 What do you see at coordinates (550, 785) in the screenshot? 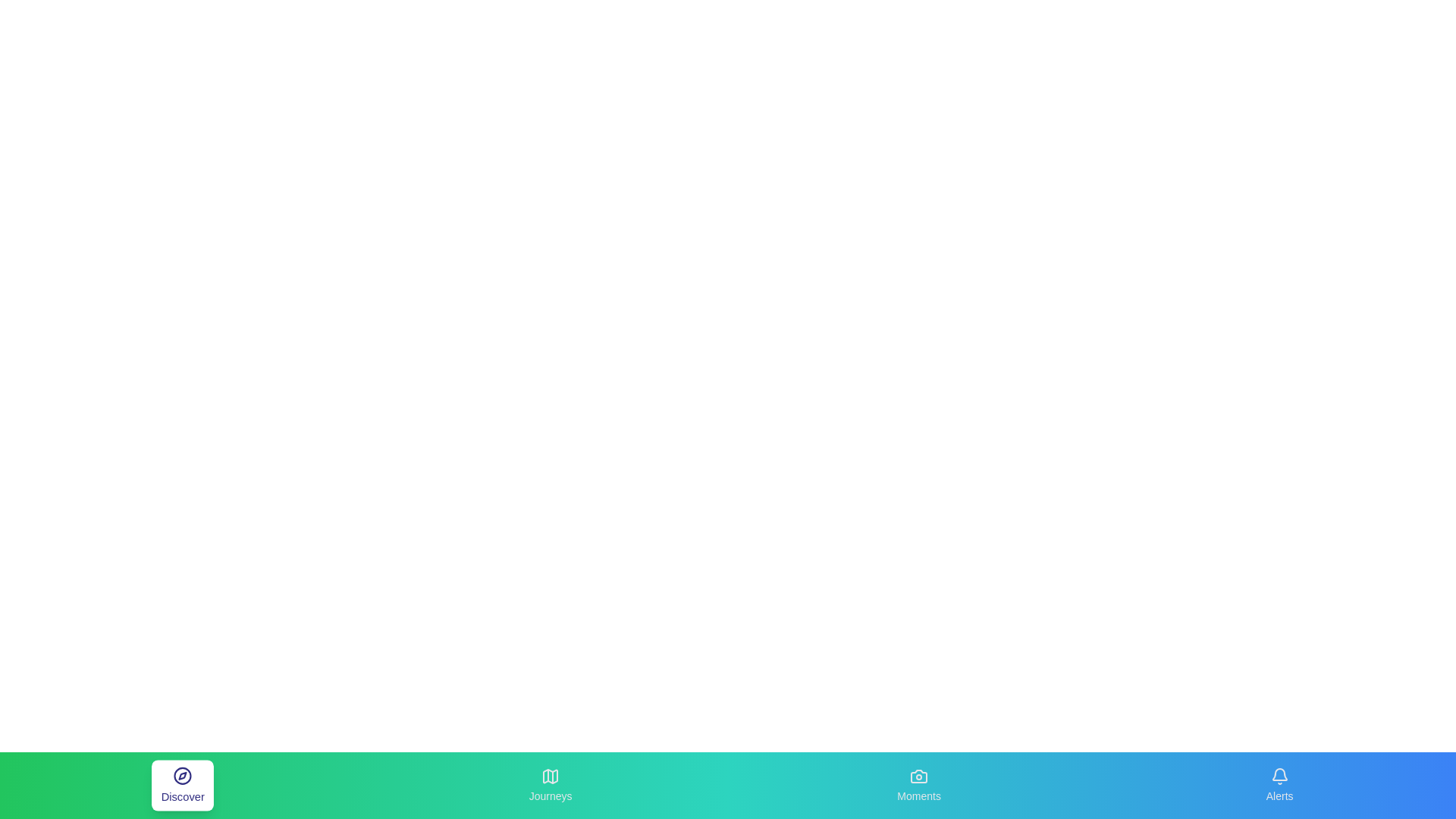
I see `the Journeys tab by clicking on its icon or label` at bounding box center [550, 785].